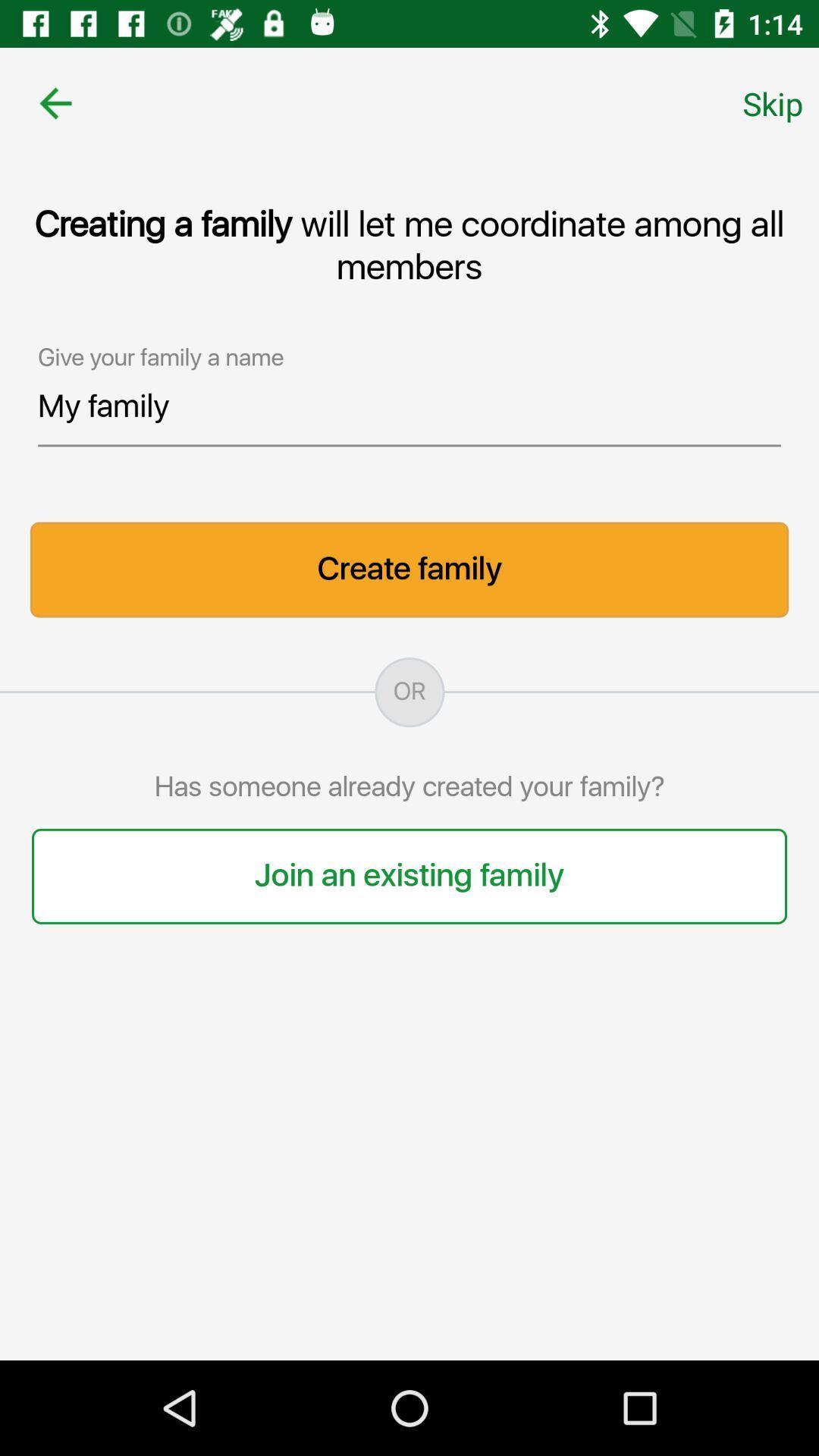  Describe the element at coordinates (55, 102) in the screenshot. I see `the icon to the left of skip item` at that location.